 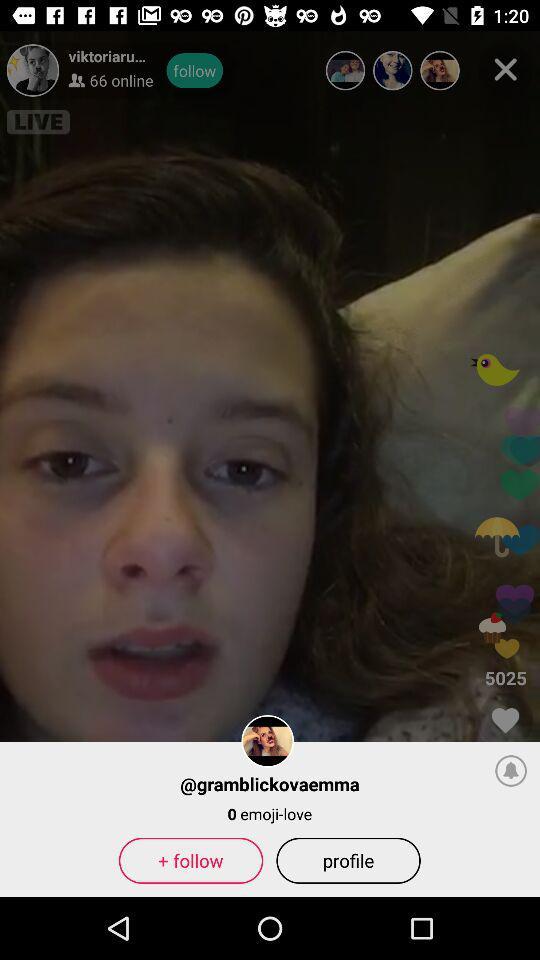 I want to click on the notifications icon, so click(x=511, y=825).